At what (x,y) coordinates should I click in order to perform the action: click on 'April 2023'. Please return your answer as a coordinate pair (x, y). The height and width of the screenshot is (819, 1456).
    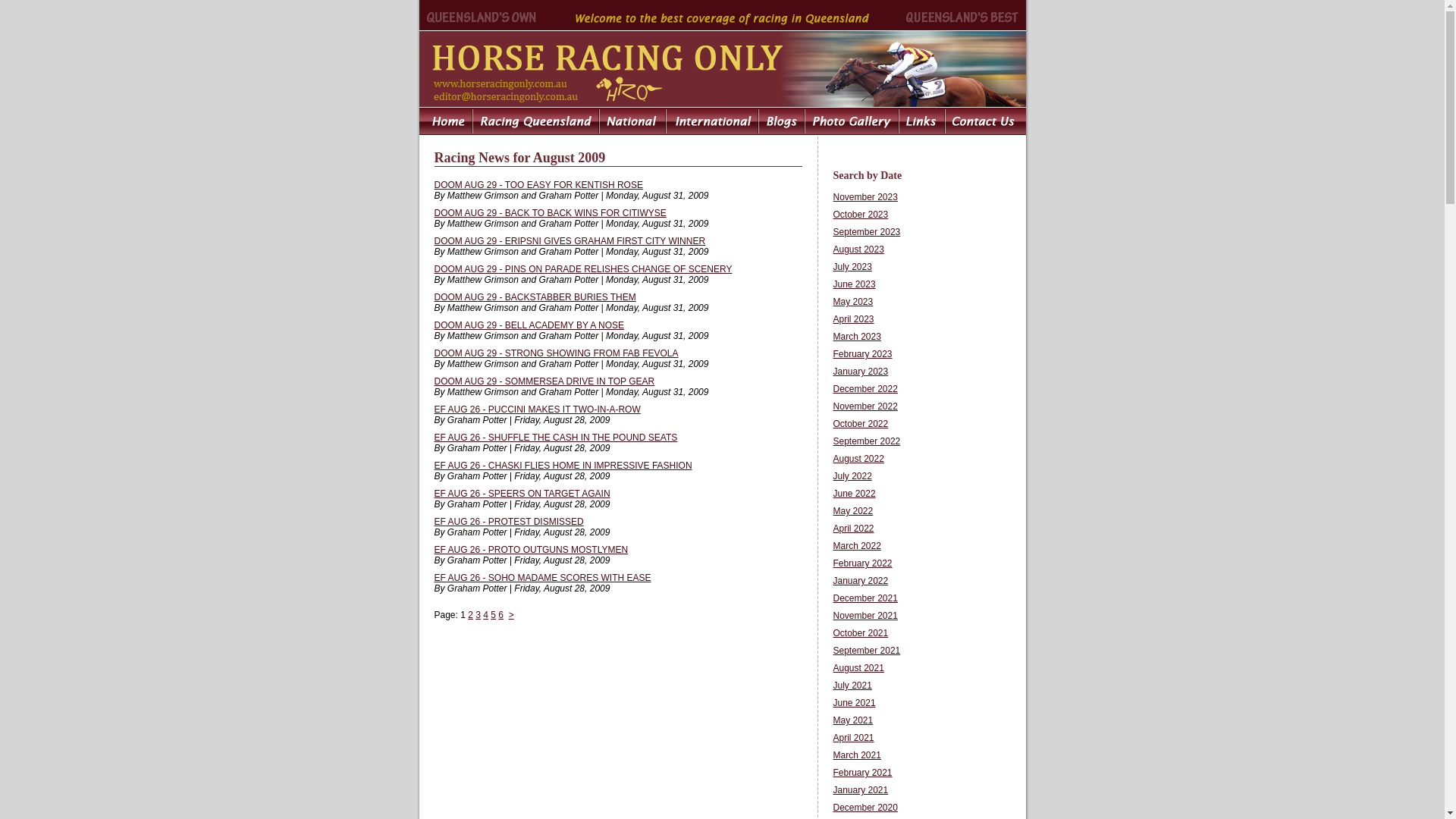
    Looking at the image, I should click on (852, 318).